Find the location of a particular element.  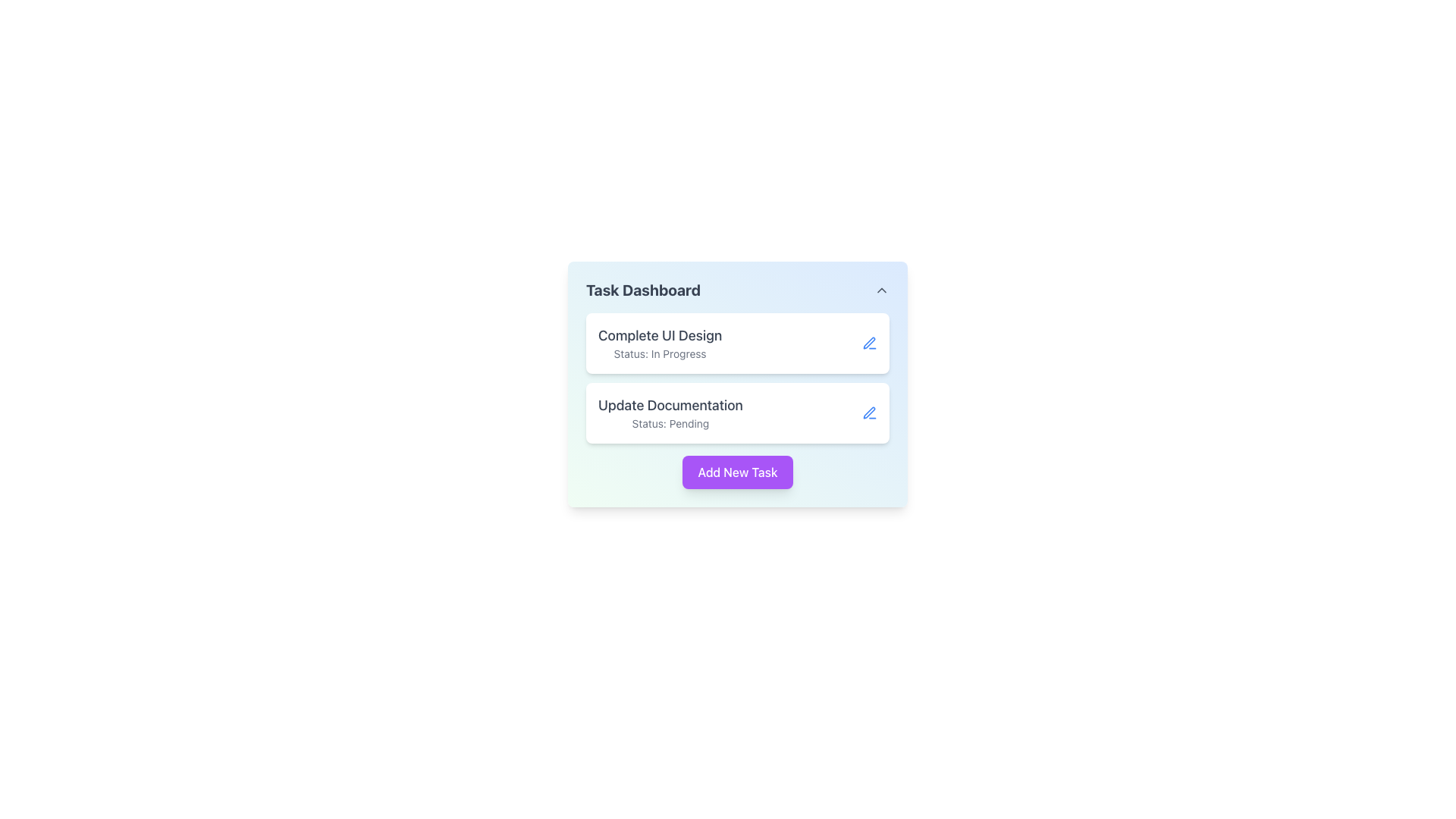

the text label displaying 'Task Dashboard', which is a bold, large gray font indicating its importance as a header for the section is located at coordinates (643, 290).